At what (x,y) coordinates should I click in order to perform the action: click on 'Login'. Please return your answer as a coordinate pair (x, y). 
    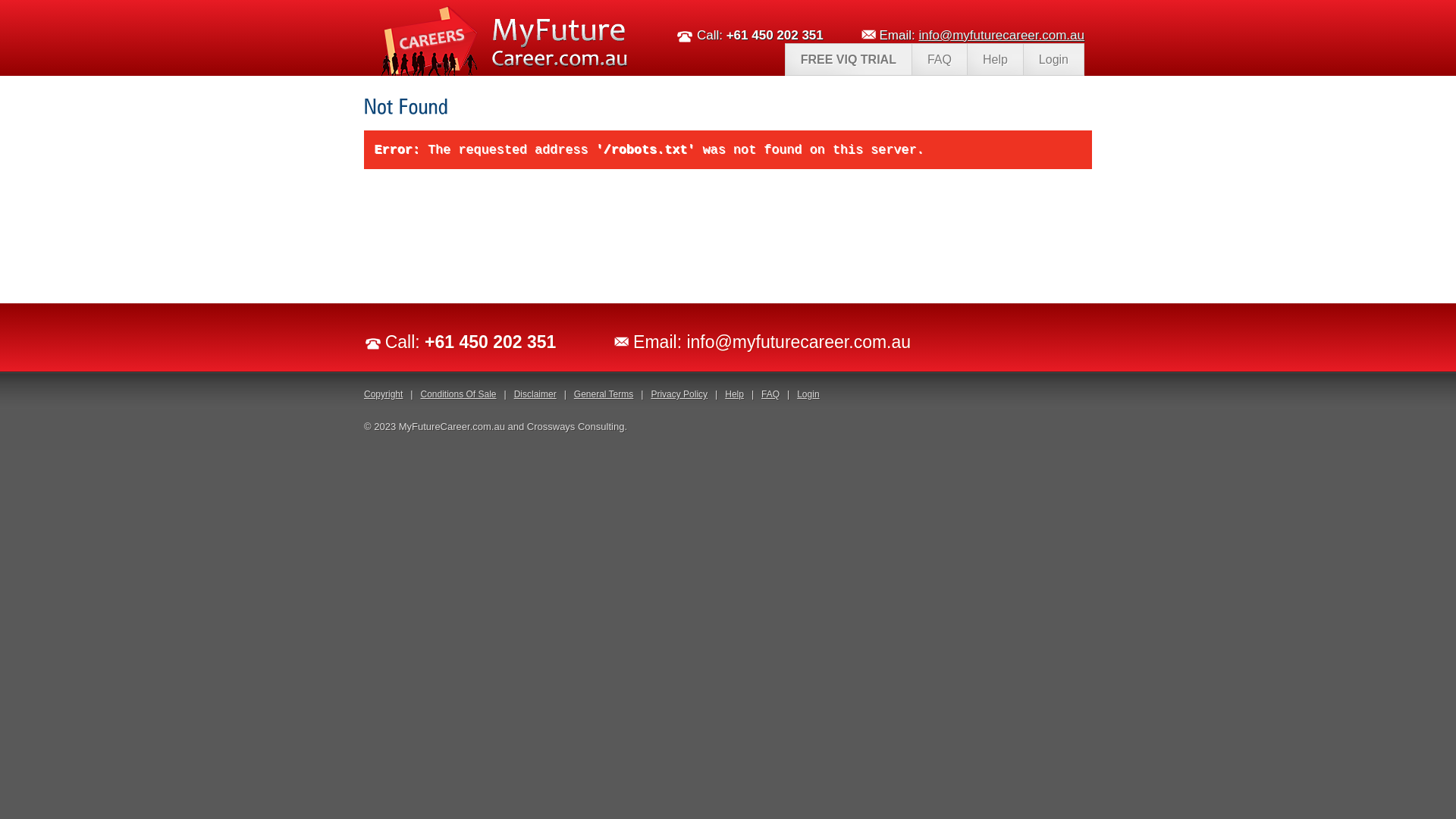
    Looking at the image, I should click on (807, 394).